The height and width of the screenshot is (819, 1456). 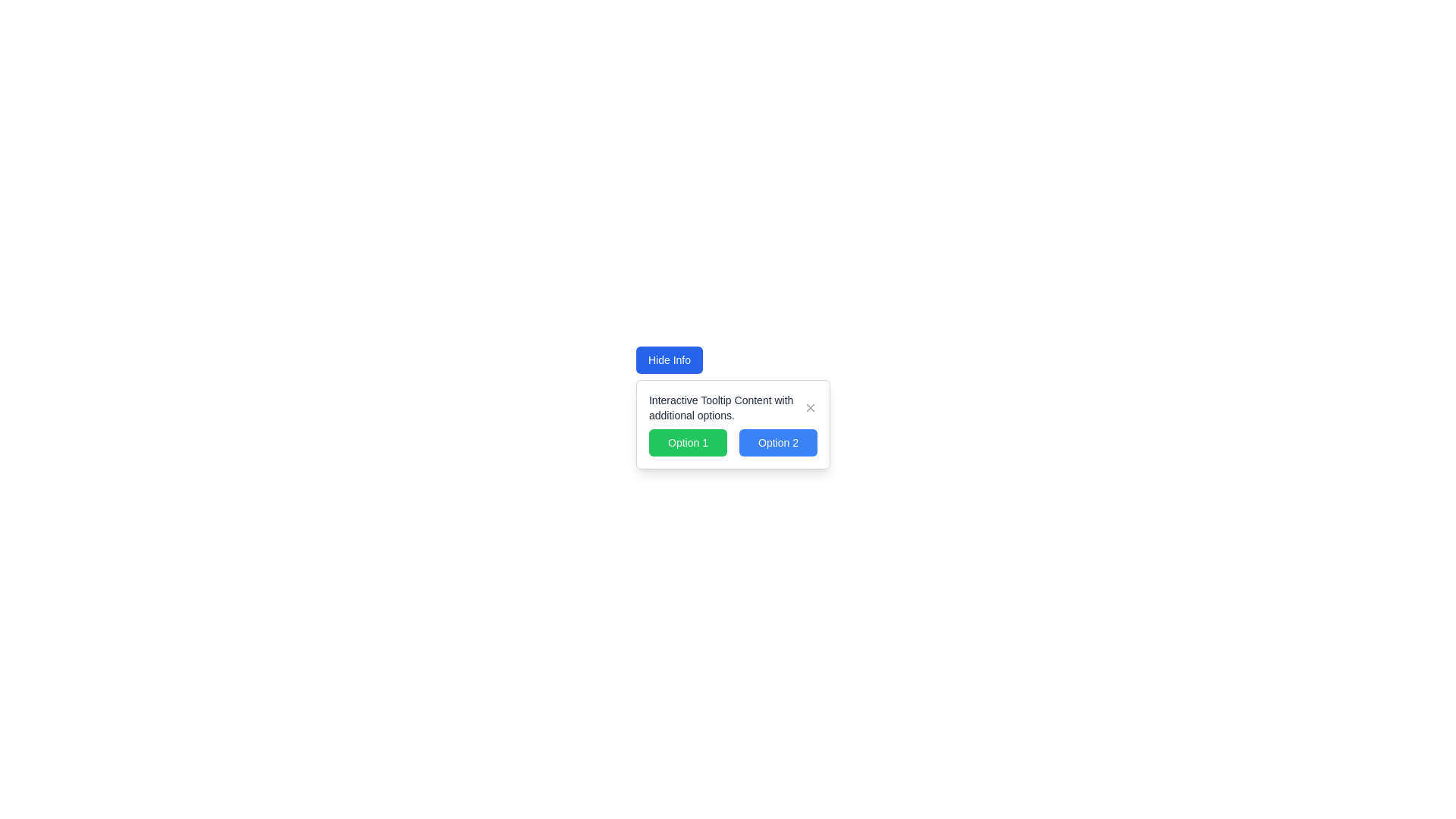 What do you see at coordinates (725, 406) in the screenshot?
I see `the Text Label that provides descriptive content, positioned to the left of a small interactive icon and above the buttons labeled 'Option 1' and 'Option 2'` at bounding box center [725, 406].